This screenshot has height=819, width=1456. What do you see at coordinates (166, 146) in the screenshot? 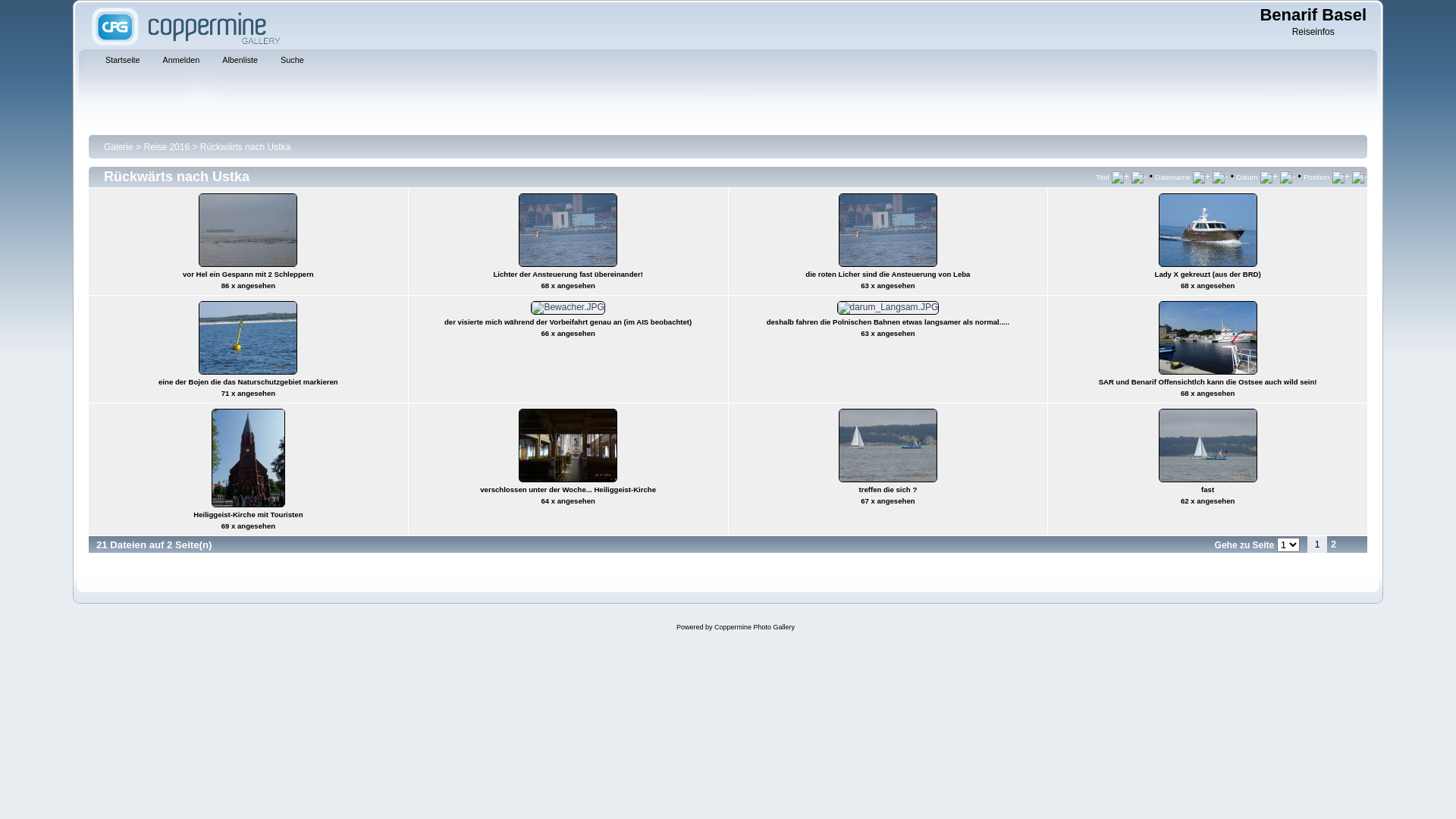
I see `'Reise 2016'` at bounding box center [166, 146].